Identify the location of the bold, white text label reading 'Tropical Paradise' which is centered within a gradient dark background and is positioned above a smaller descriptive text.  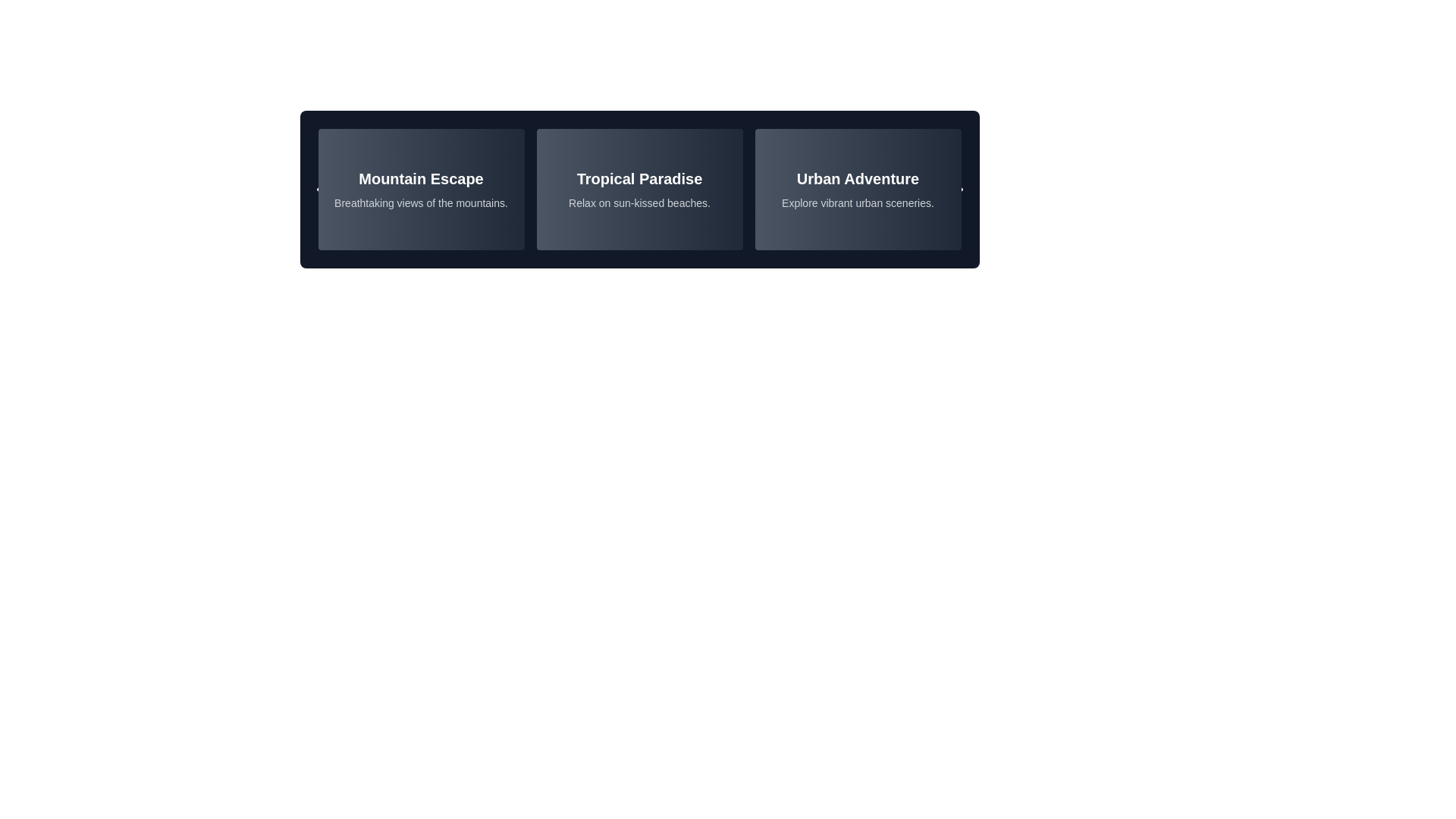
(639, 177).